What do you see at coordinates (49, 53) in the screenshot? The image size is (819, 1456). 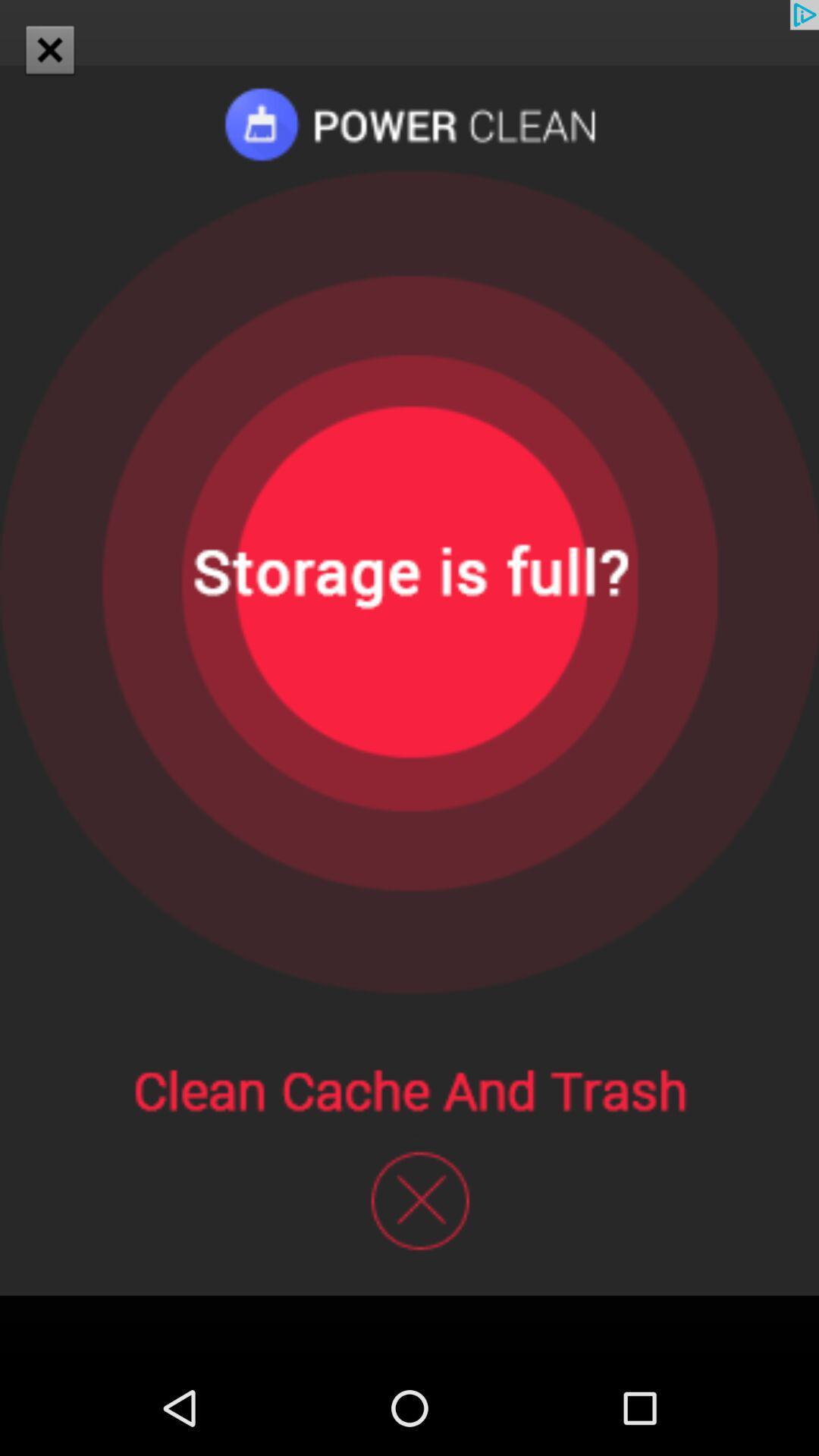 I see `the close icon` at bounding box center [49, 53].